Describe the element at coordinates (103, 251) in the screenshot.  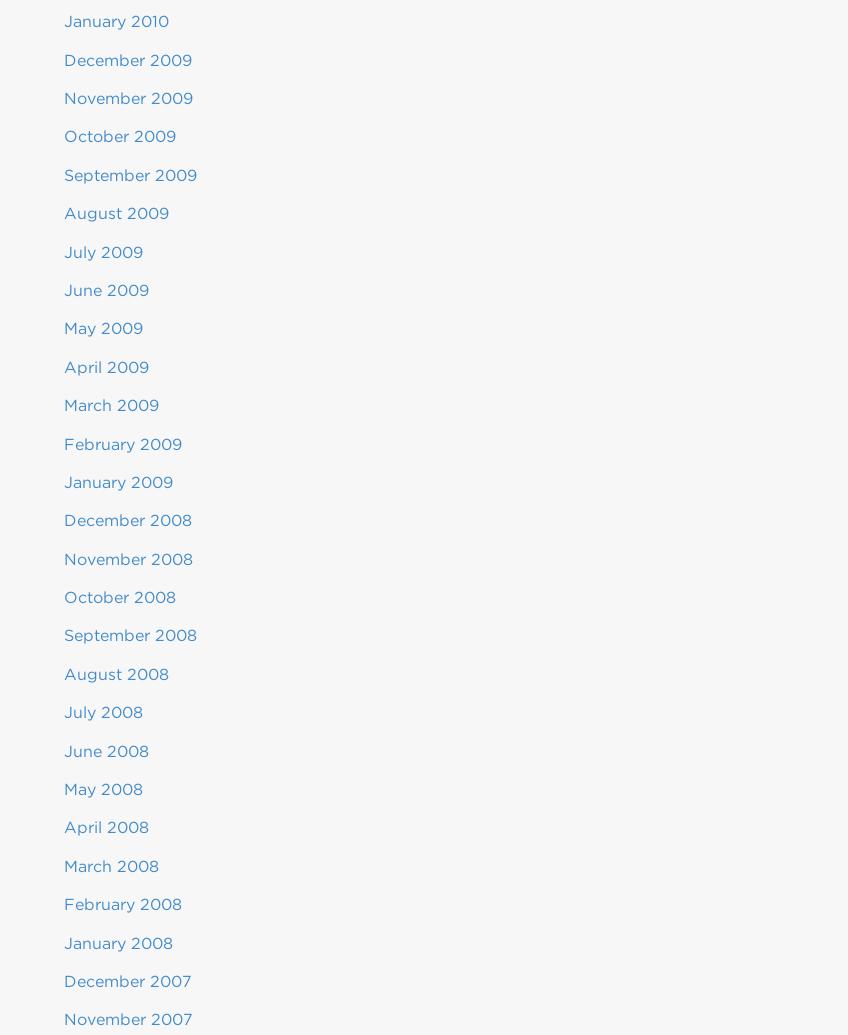
I see `'July 2009'` at that location.